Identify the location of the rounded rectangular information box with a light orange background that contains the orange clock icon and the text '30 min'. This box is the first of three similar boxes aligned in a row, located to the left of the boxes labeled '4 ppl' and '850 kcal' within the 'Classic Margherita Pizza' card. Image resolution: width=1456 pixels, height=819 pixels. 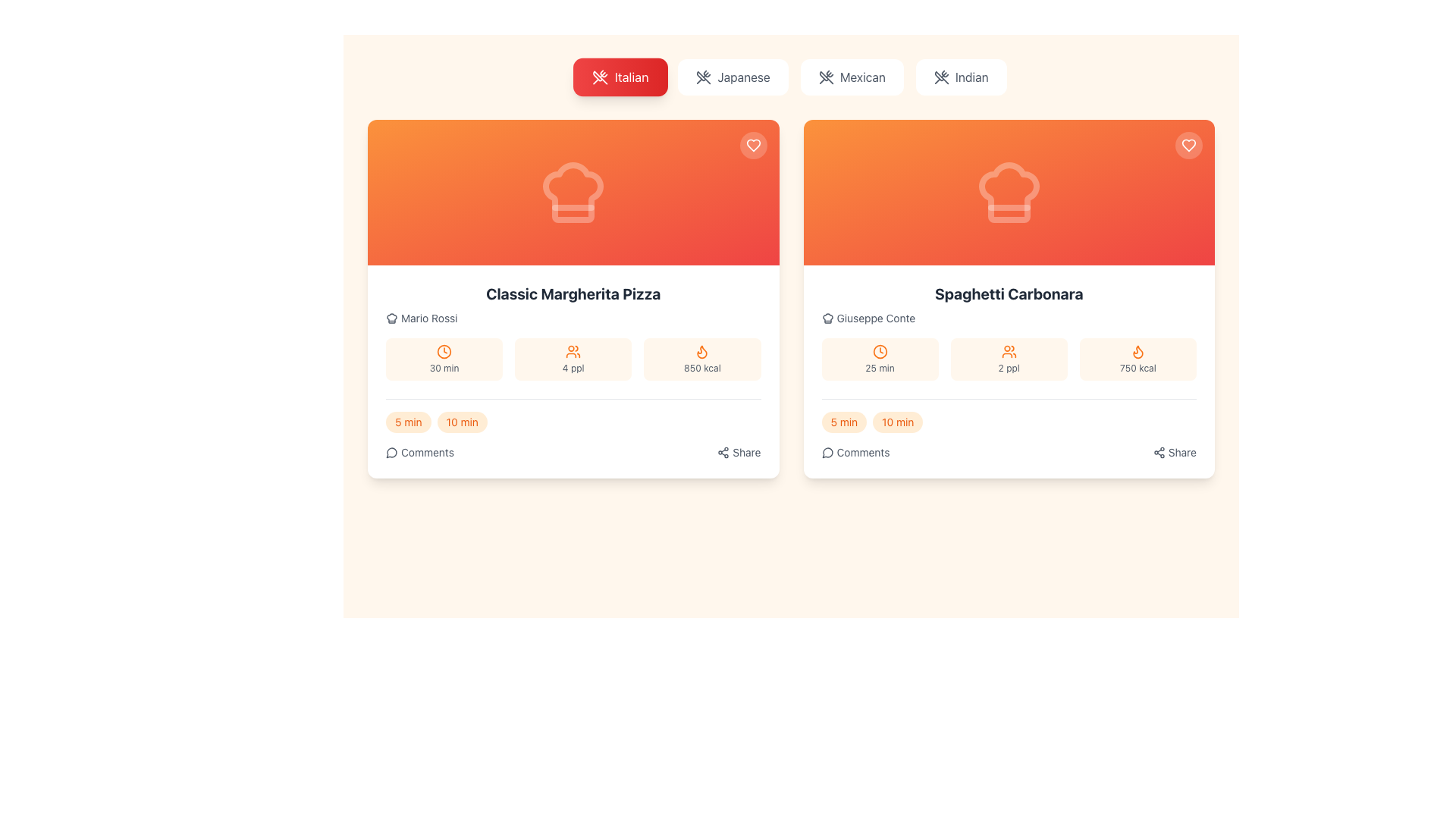
(444, 359).